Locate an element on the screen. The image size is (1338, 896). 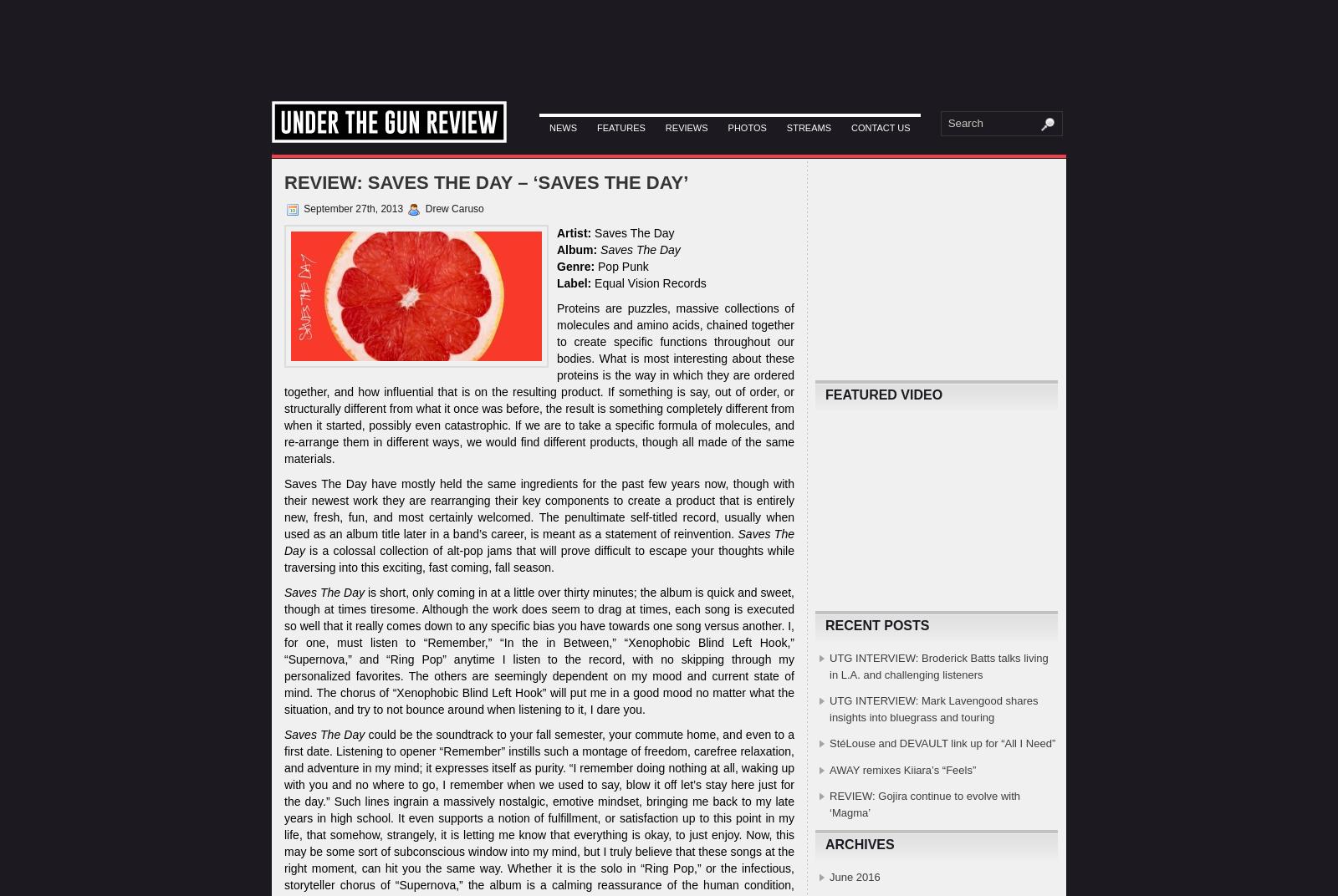
'Contact Us' is located at coordinates (850, 126).